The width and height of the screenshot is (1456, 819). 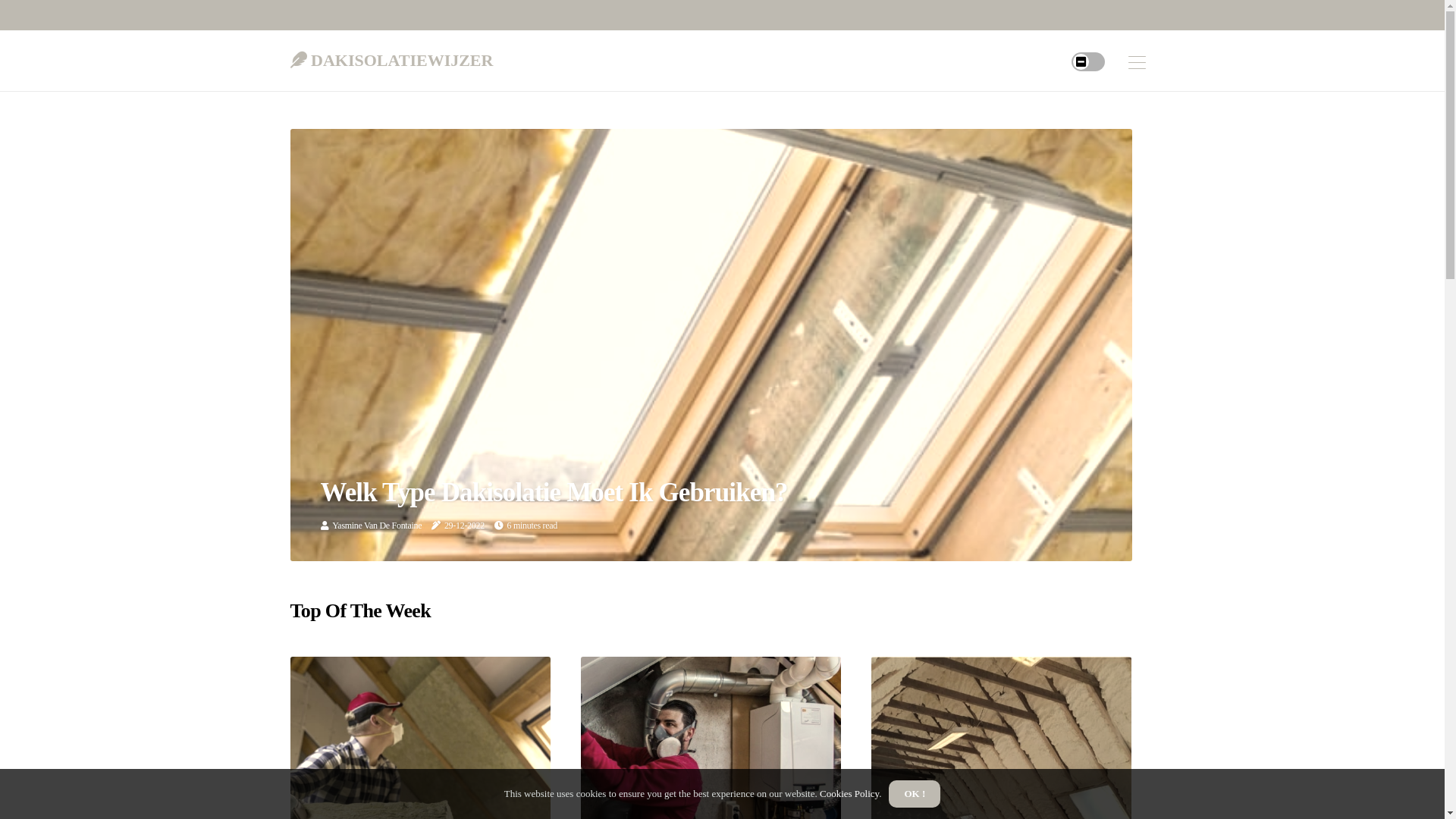 What do you see at coordinates (847, 792) in the screenshot?
I see `'Cookies Policy'` at bounding box center [847, 792].